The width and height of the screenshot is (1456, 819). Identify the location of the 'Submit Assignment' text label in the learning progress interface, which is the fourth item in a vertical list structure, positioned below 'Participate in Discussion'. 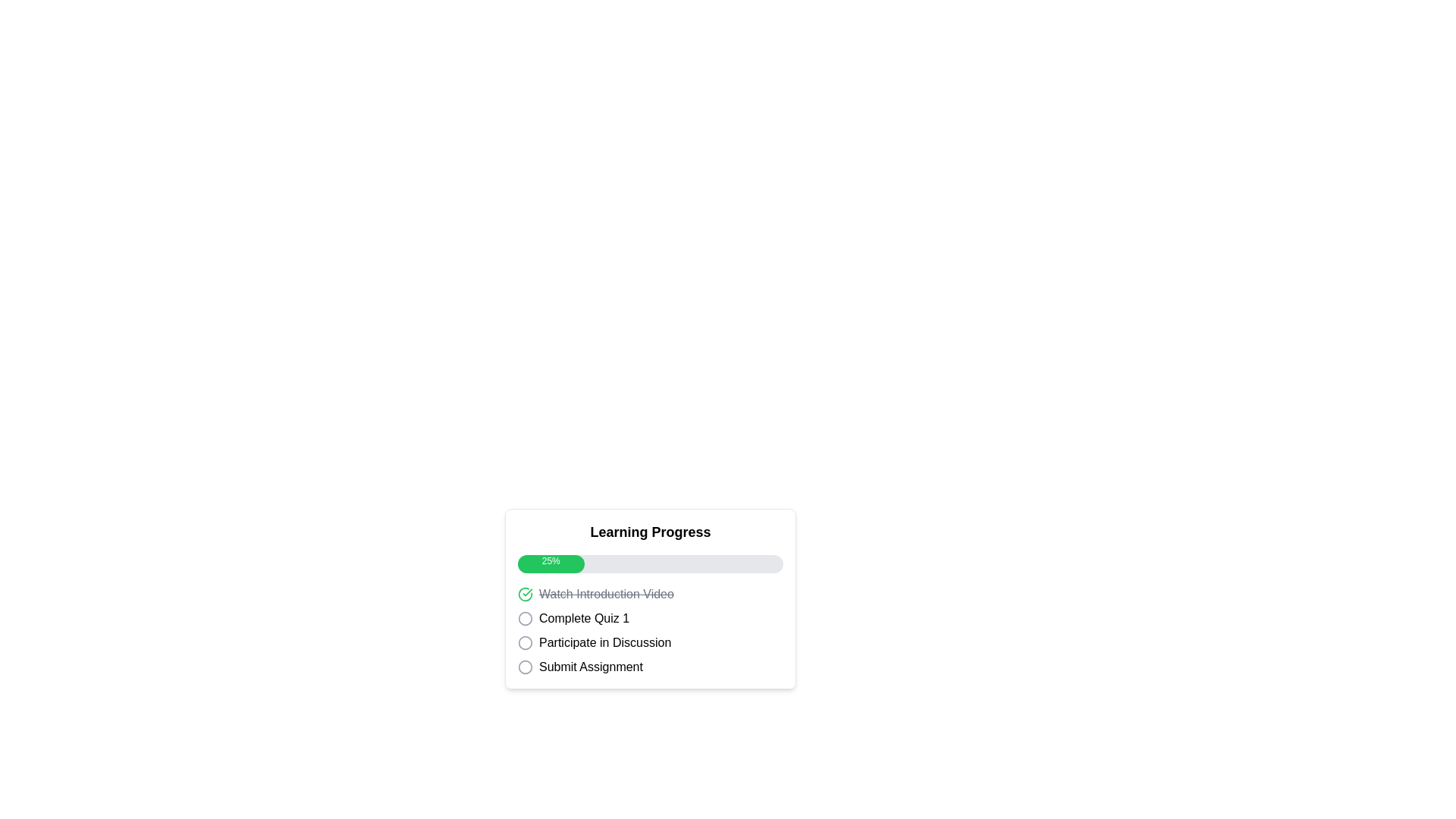
(590, 666).